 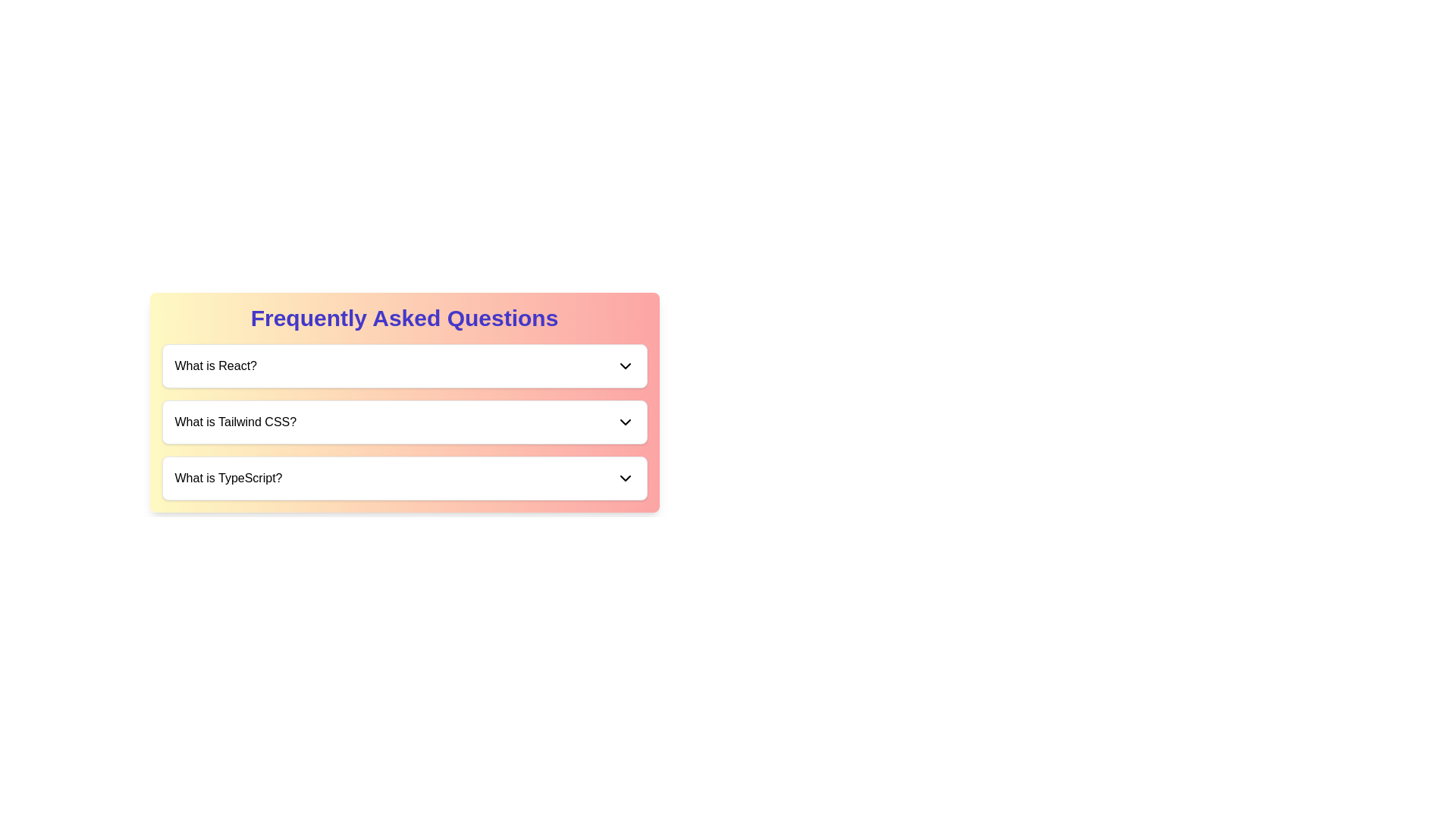 What do you see at coordinates (227, 479) in the screenshot?
I see `the text label that serves as the heading for the dropdown section in the 'Frequently Asked Questions'` at bounding box center [227, 479].